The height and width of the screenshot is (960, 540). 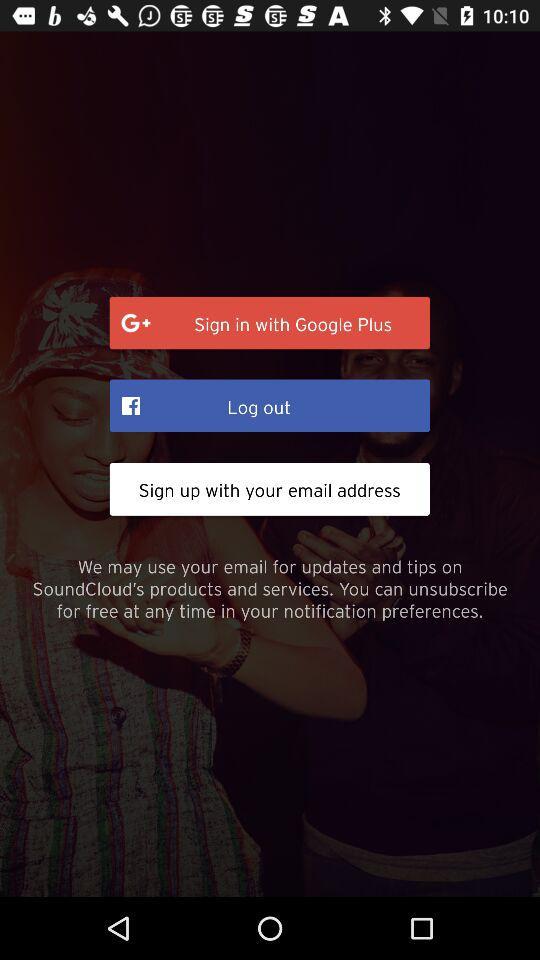 What do you see at coordinates (270, 404) in the screenshot?
I see `the log out` at bounding box center [270, 404].